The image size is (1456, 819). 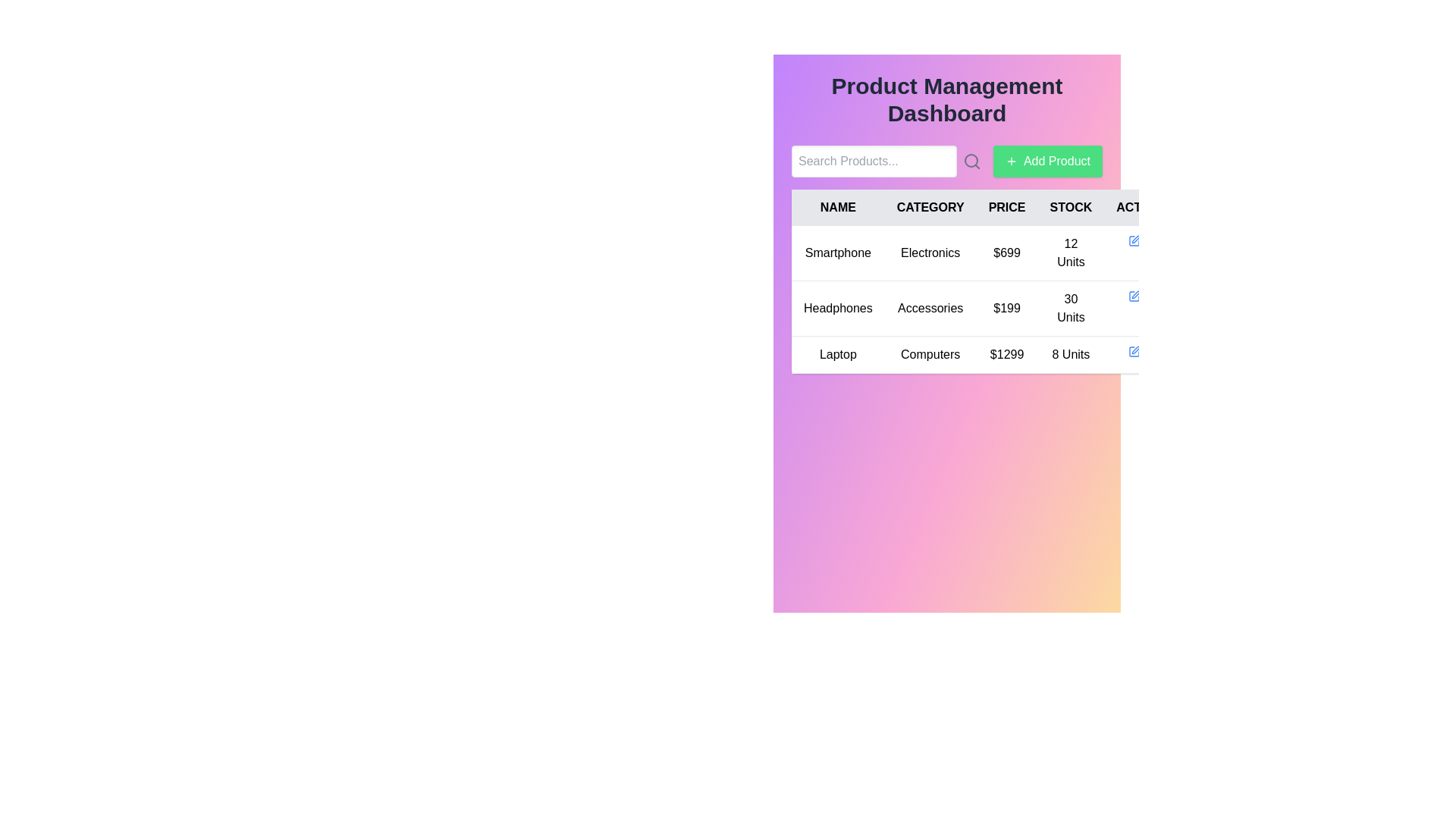 What do you see at coordinates (1047, 161) in the screenshot?
I see `the green 'Add Product' button with white text and a '+' icon` at bounding box center [1047, 161].